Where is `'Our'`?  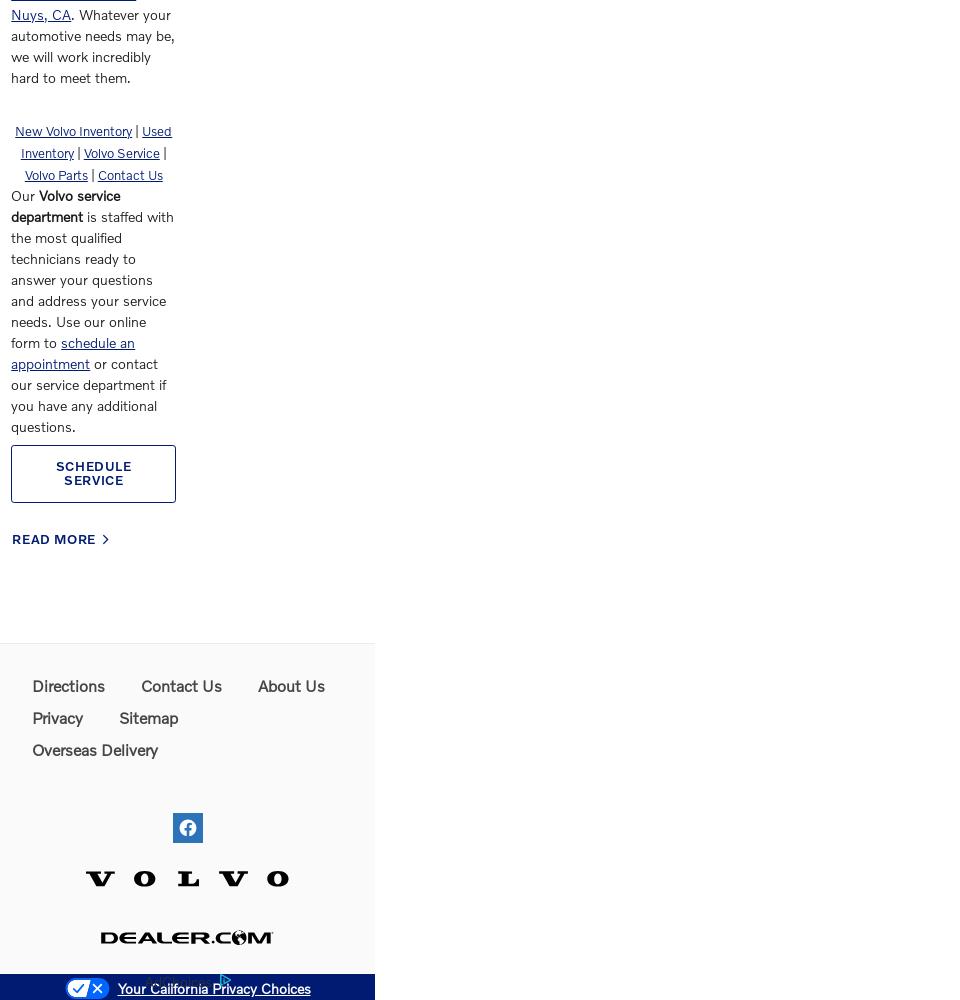 'Our' is located at coordinates (10, 194).